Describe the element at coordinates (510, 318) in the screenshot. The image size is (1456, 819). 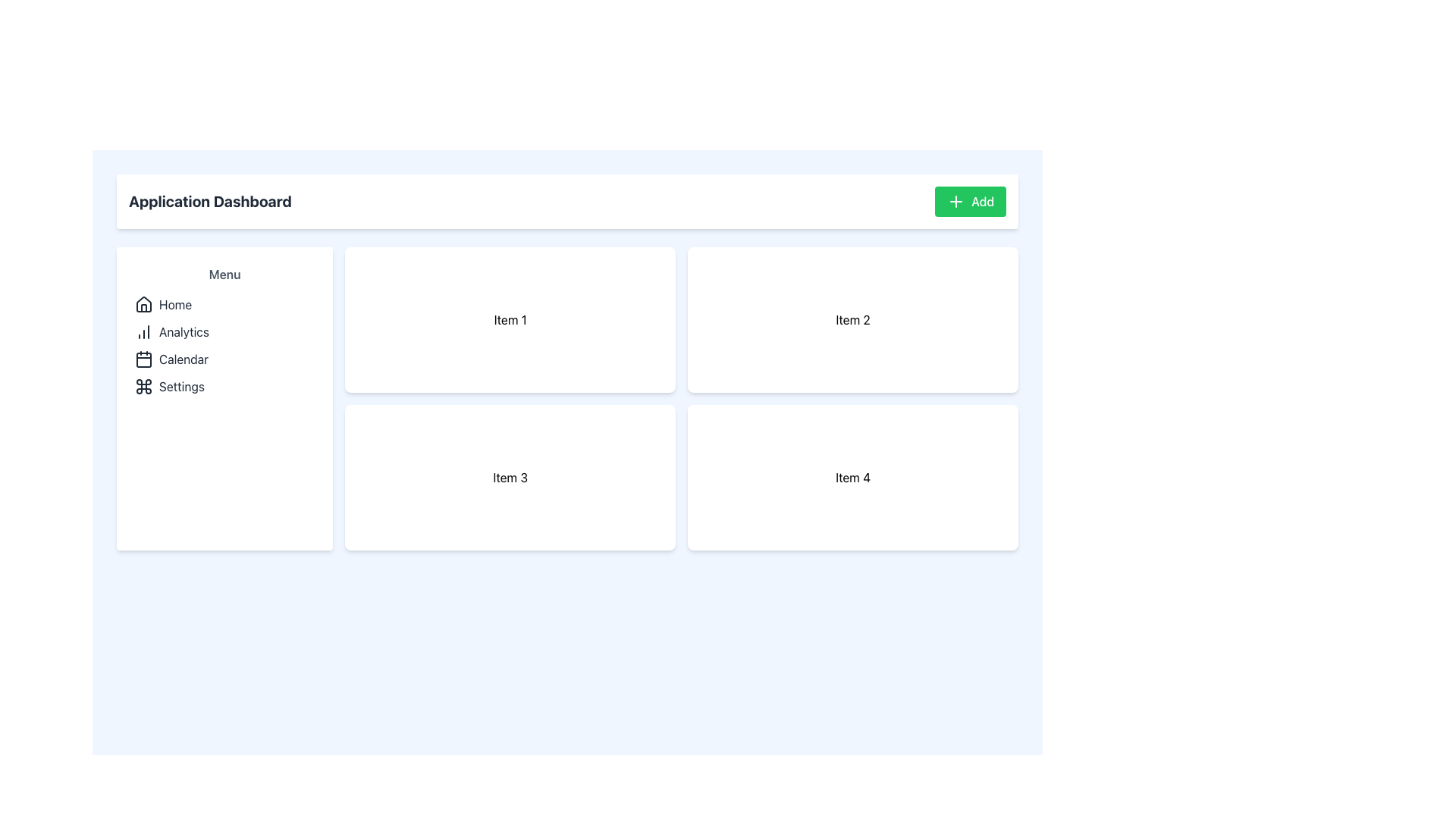
I see `the top-left card in the grid layout, which contains the text 'Item 1'` at that location.